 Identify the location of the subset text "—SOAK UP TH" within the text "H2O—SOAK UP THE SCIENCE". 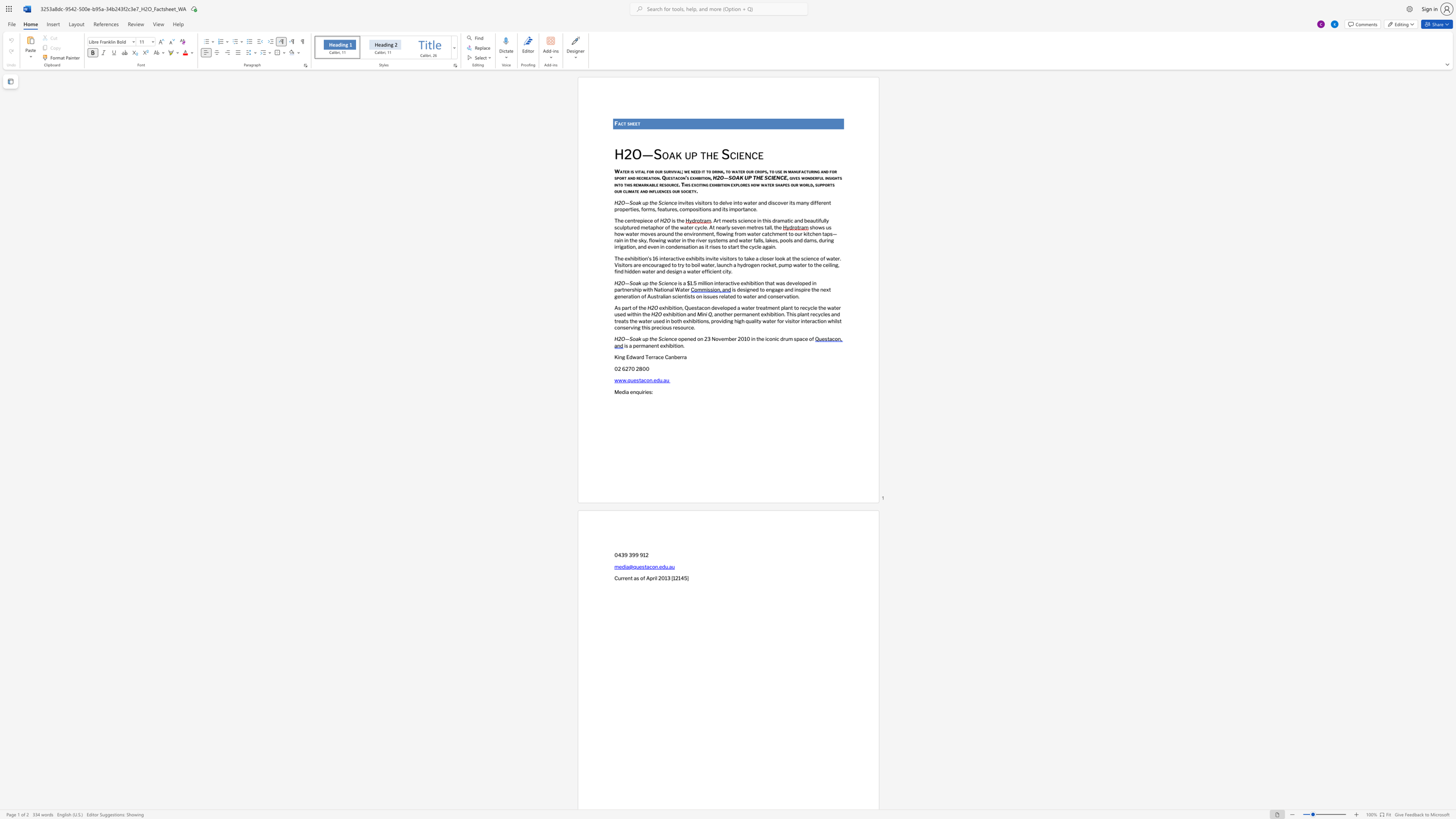
(723, 178).